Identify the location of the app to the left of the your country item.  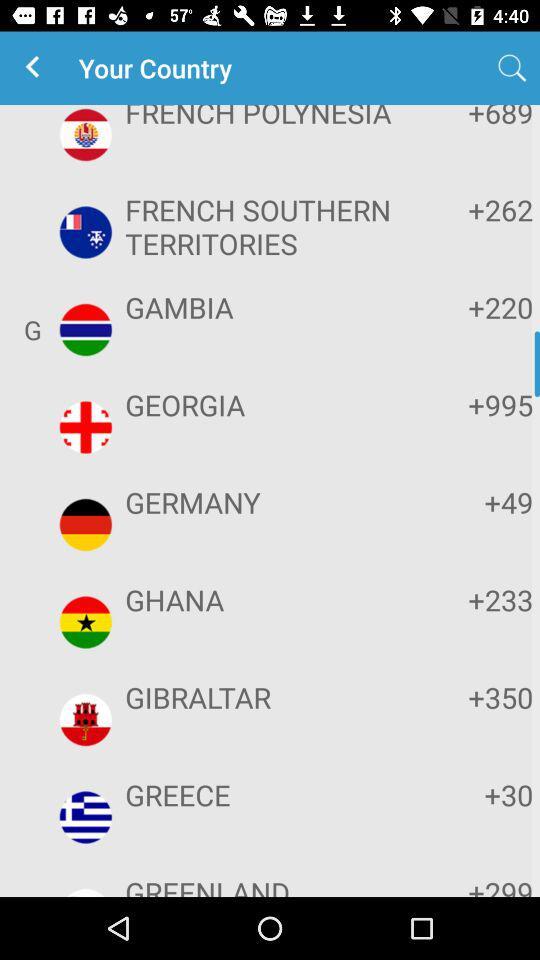
(36, 68).